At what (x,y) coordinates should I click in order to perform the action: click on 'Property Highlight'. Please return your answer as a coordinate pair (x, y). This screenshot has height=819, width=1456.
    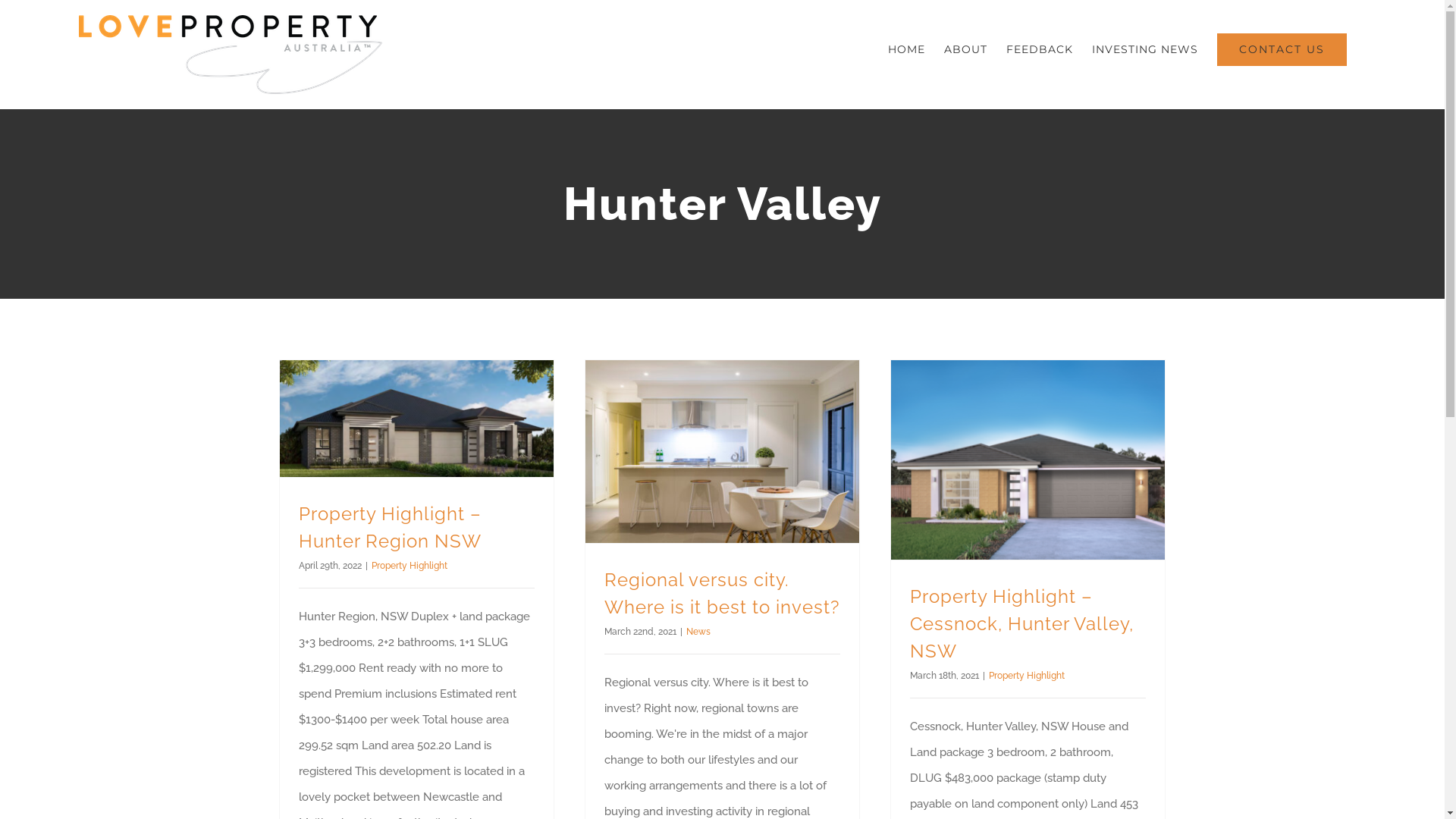
    Looking at the image, I should click on (371, 565).